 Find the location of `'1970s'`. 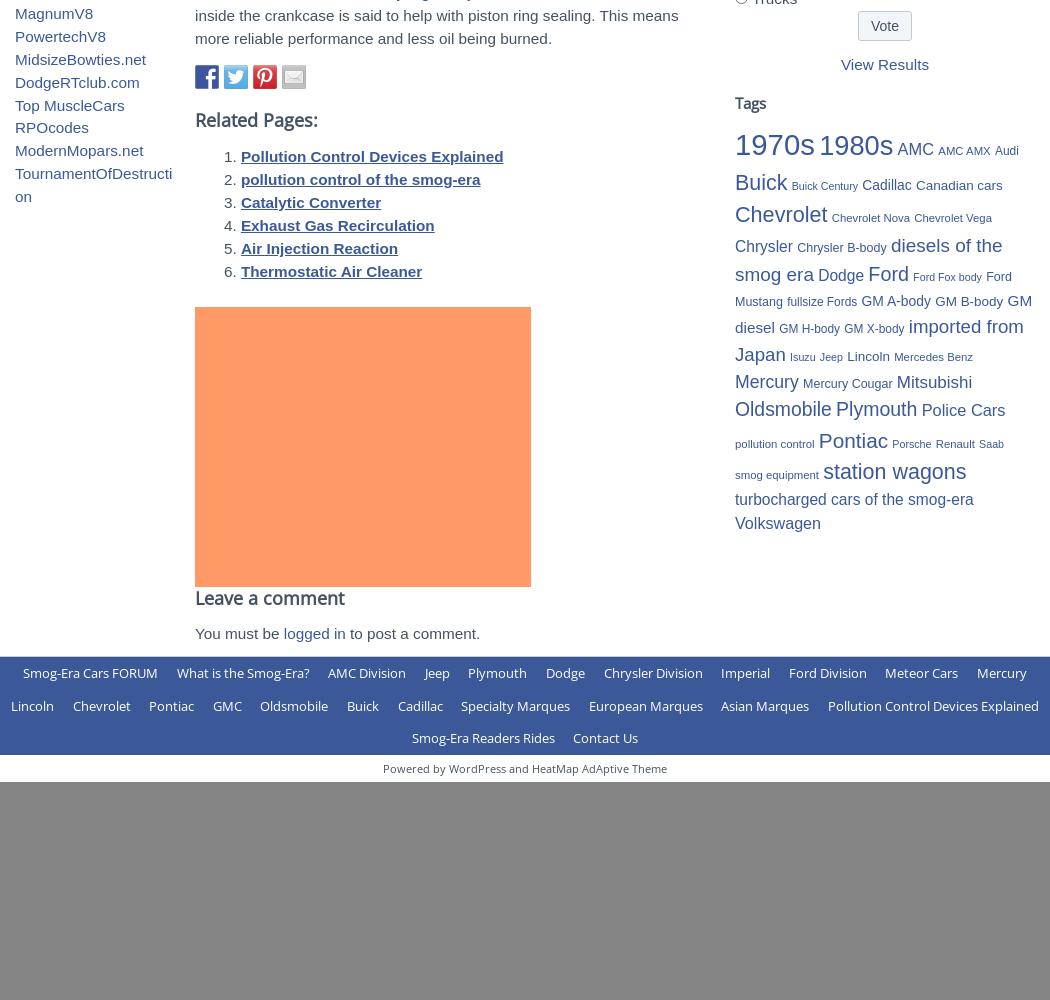

'1970s' is located at coordinates (734, 144).